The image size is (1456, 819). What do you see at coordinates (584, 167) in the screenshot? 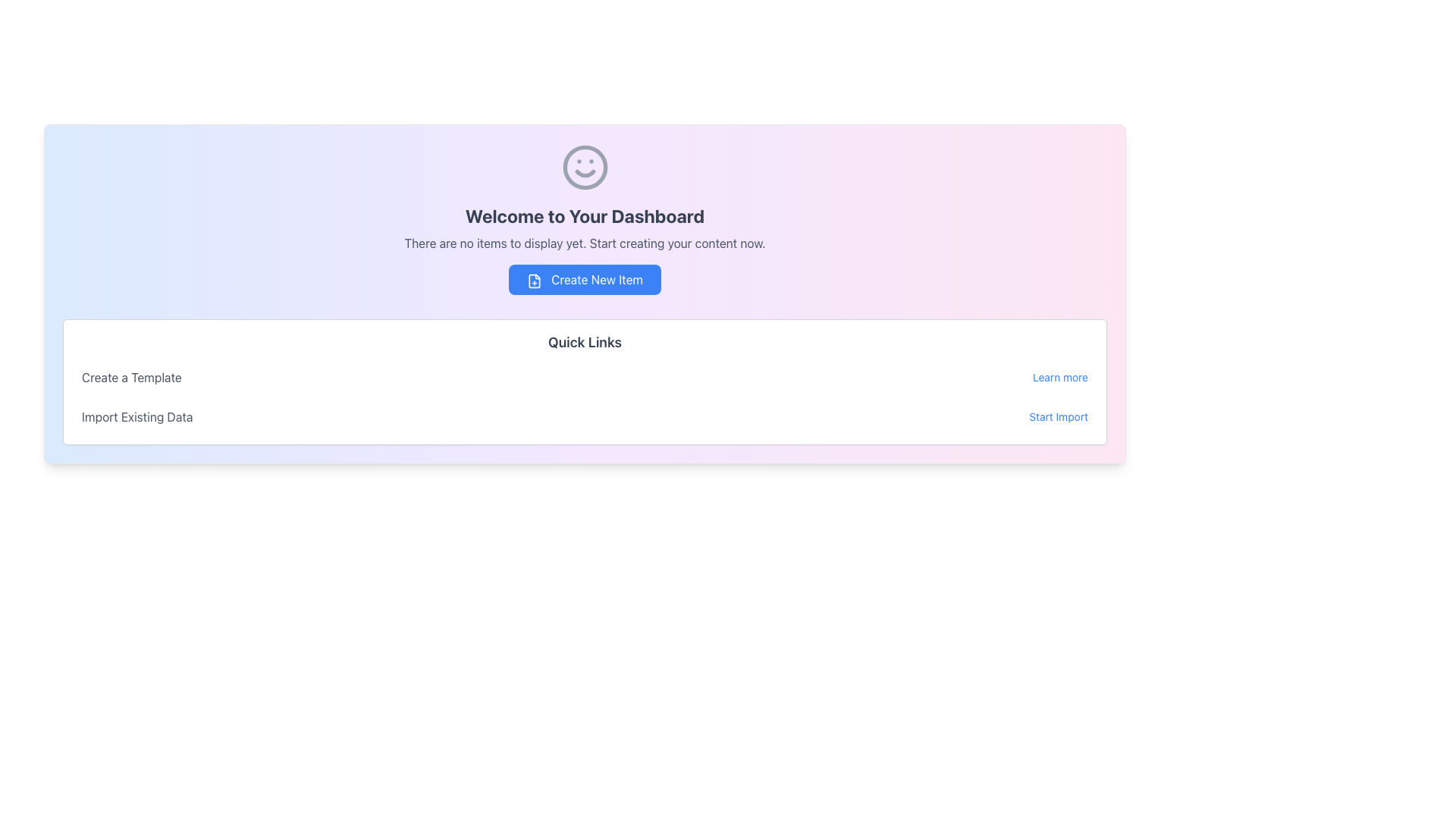
I see `the smiley face icon located at the top of the dashboard section, above the main header text 'Welcome to Your Dashboard'` at bounding box center [584, 167].